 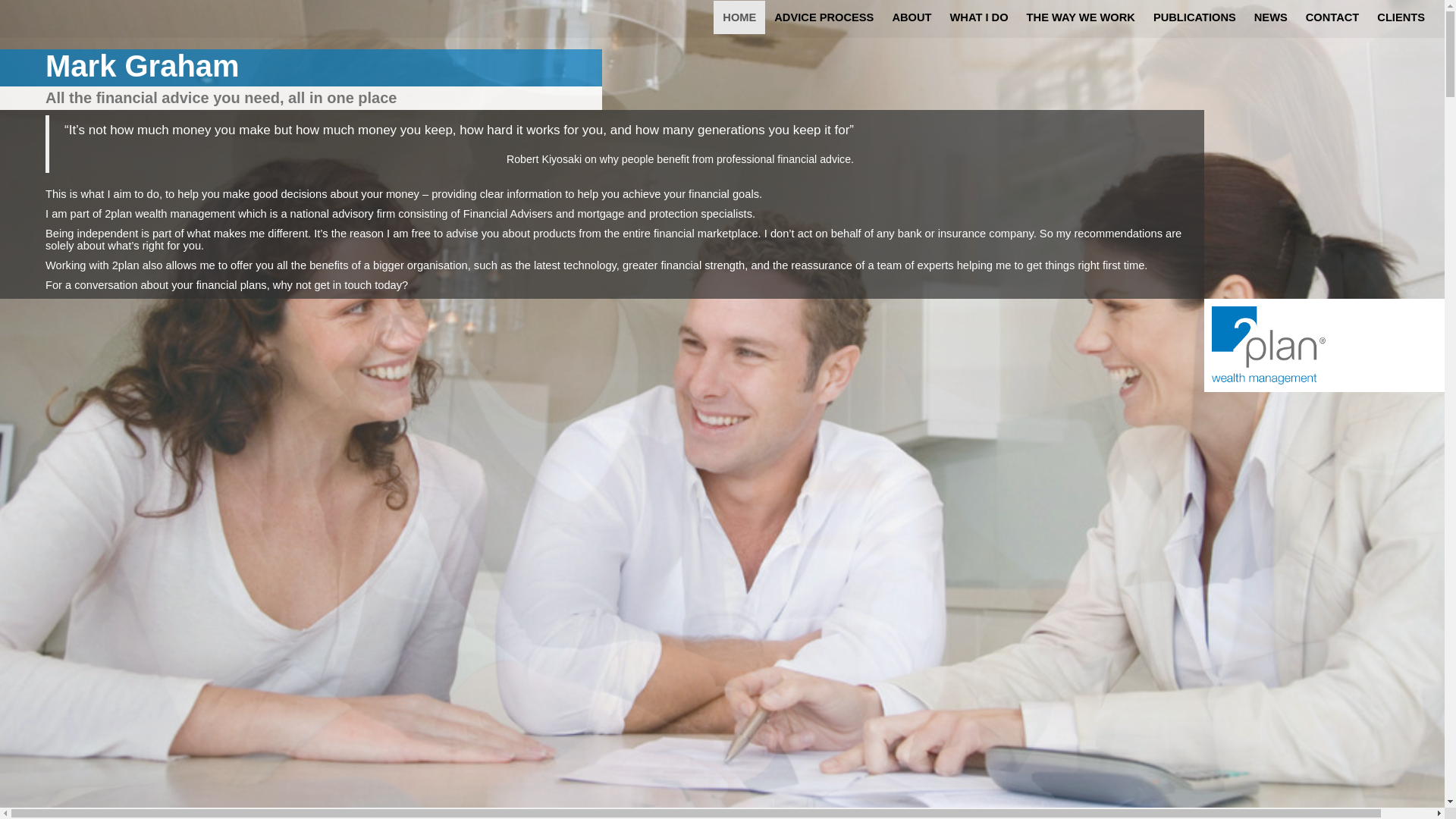 What do you see at coordinates (1080, 17) in the screenshot?
I see `'THE WAY WE WORK'` at bounding box center [1080, 17].